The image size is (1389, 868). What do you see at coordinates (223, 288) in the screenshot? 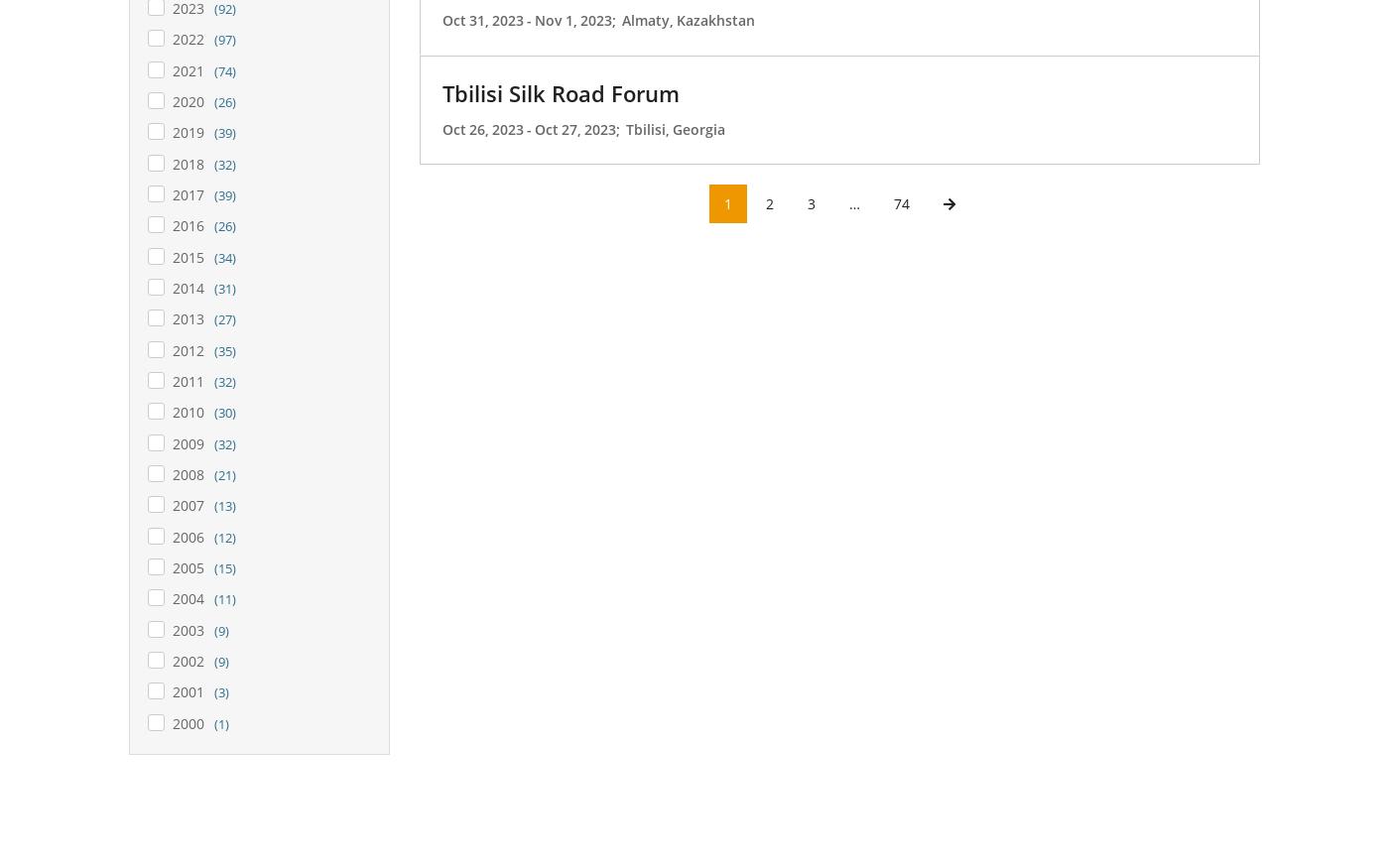
I see `'(31)'` at bounding box center [223, 288].